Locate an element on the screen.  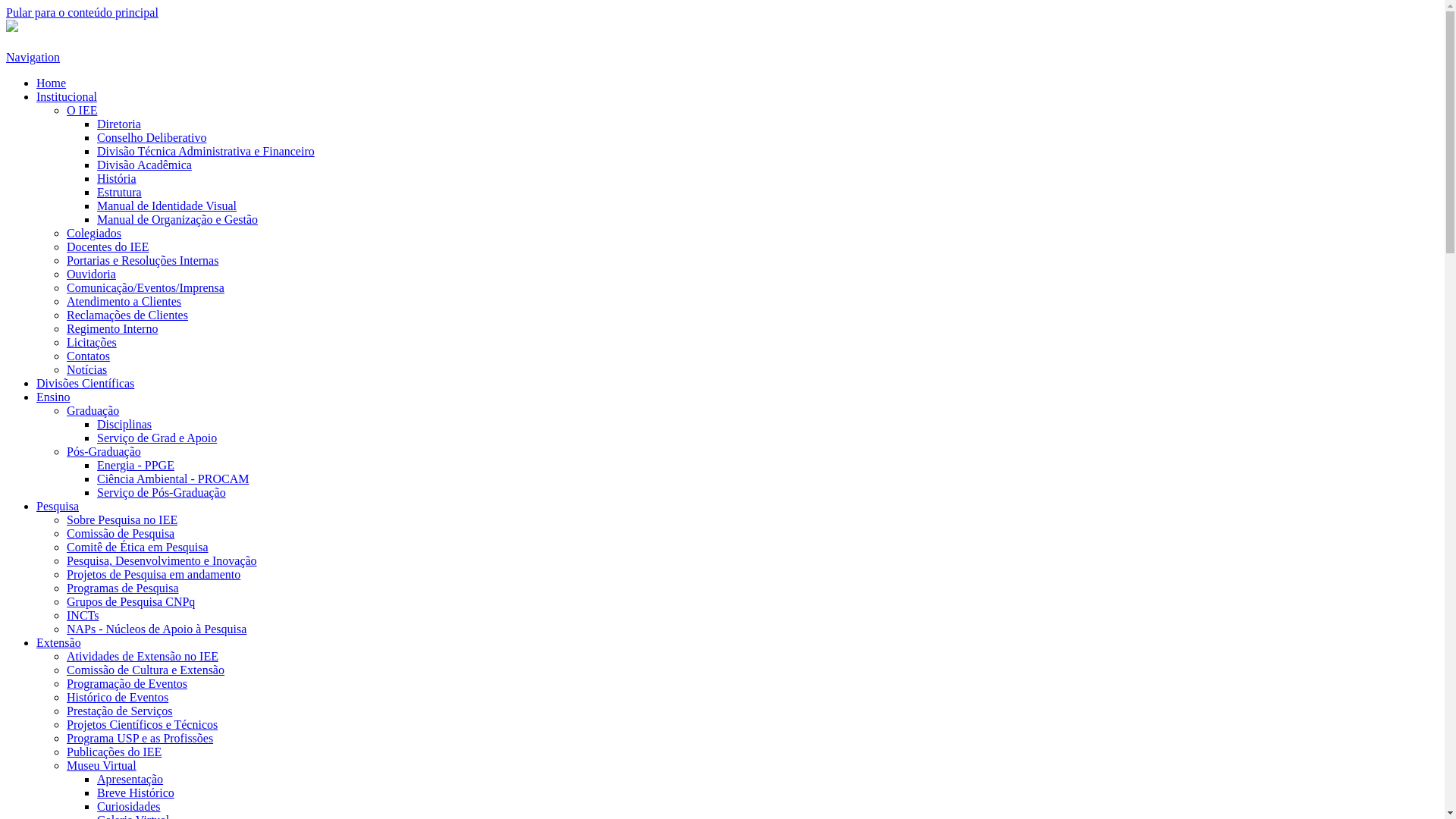
'Energia - PPGE' is located at coordinates (135, 464).